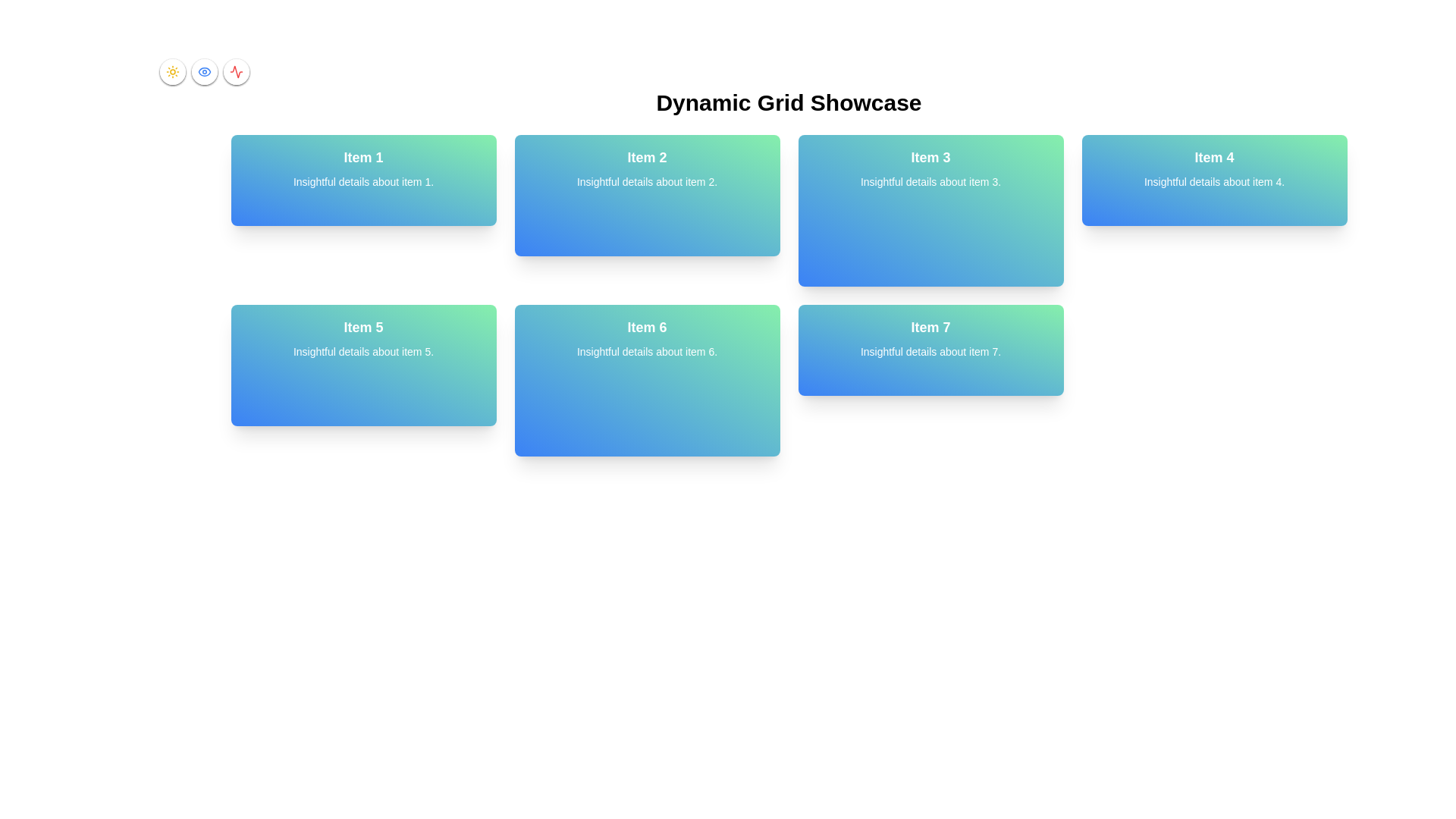 The height and width of the screenshot is (819, 1456). I want to click on the middle circular button in the row of three, so click(203, 72).